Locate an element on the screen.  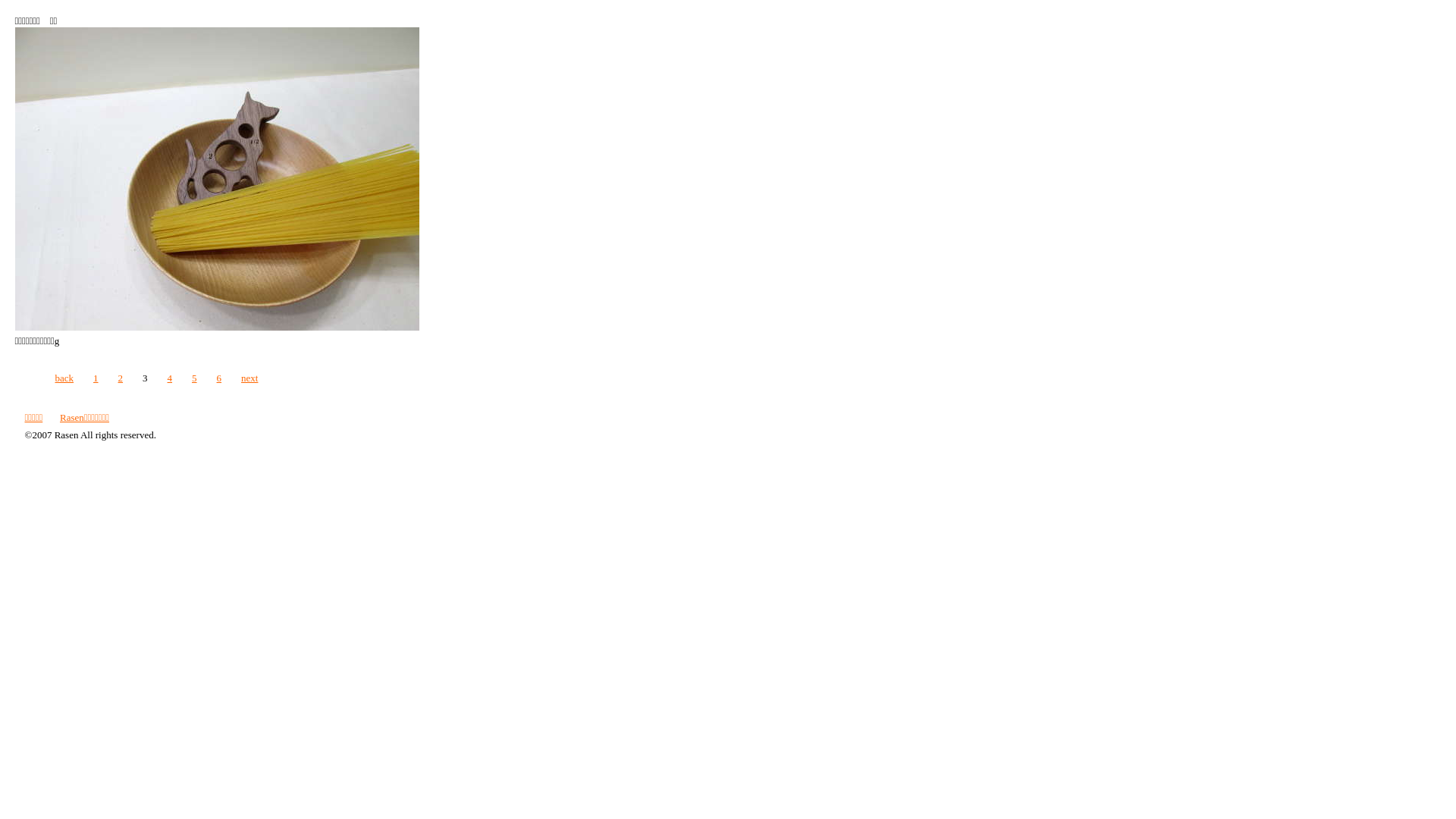
'1' is located at coordinates (95, 376).